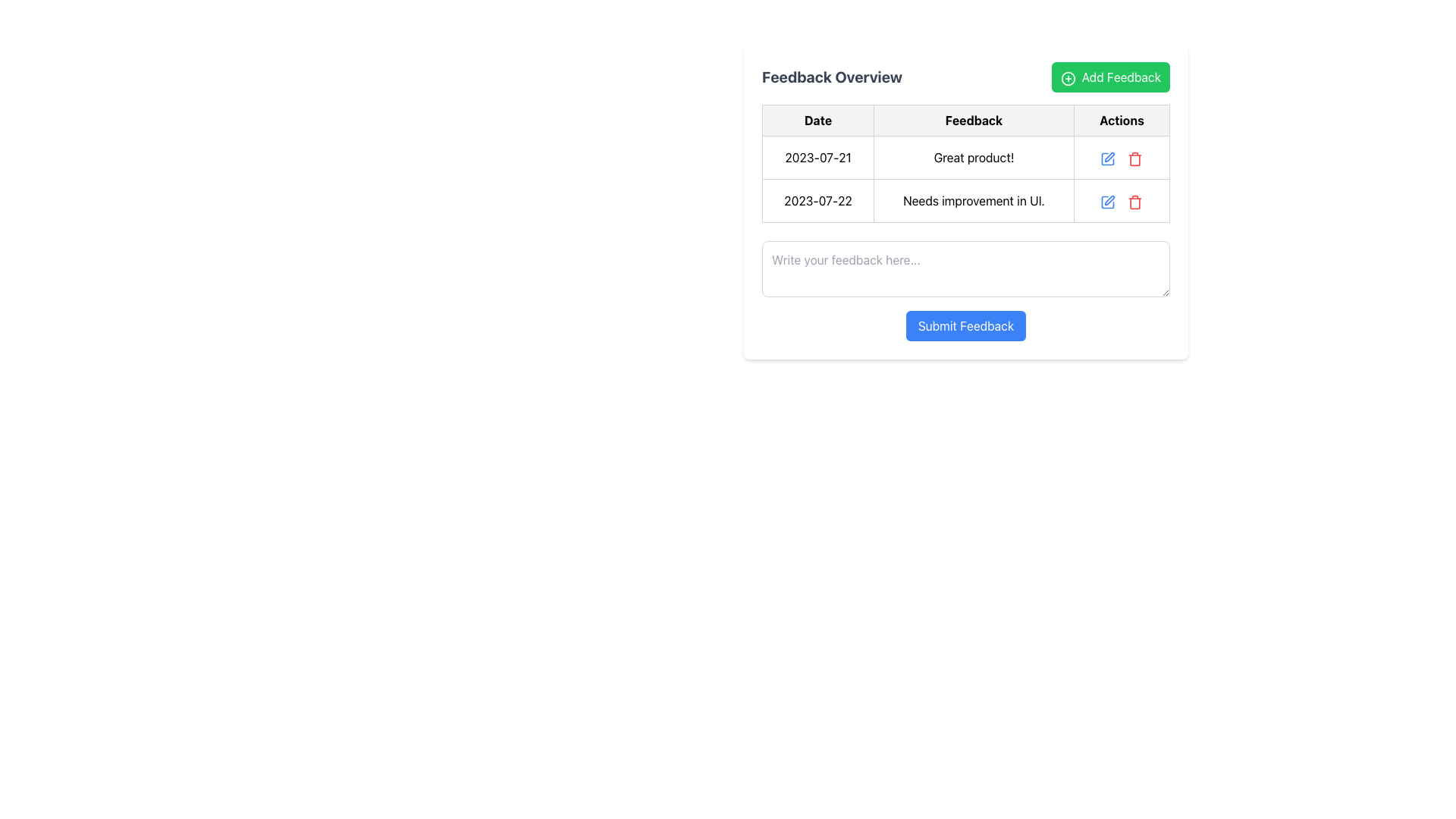 This screenshot has width=1456, height=819. Describe the element at coordinates (817, 200) in the screenshot. I see `the table cell containing the date '2023-07-22', which is located in the second row under the 'Date' column` at that location.